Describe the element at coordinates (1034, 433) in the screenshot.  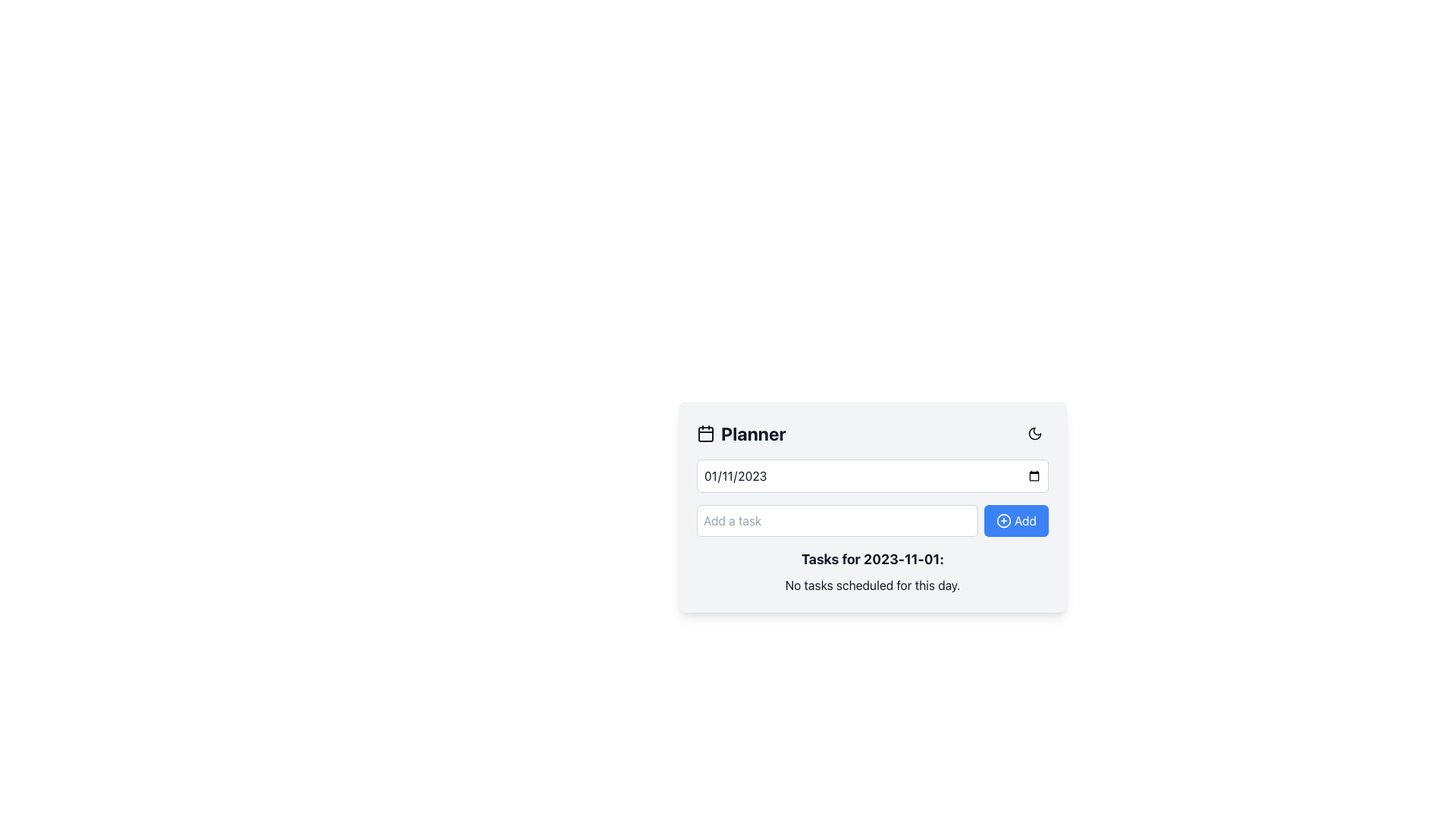
I see `the decorative icon representing night mode or calendar functionality located in the top-right corner of the card layout` at that location.